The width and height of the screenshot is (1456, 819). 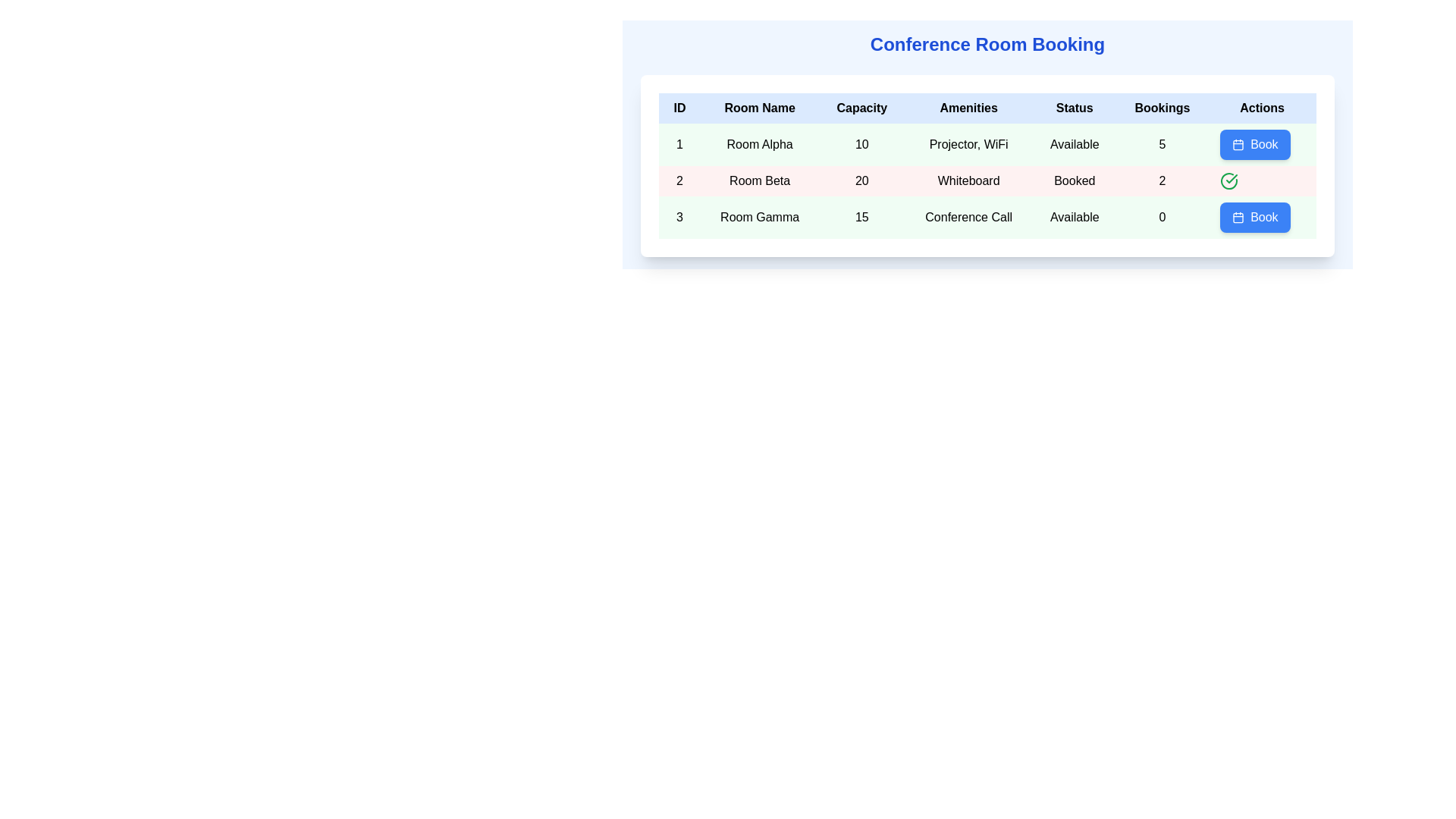 What do you see at coordinates (1262, 145) in the screenshot?
I see `the button located in the seventh column of the first row under the 'Actions' heading to initiate the booking process for 'Room Alpha'` at bounding box center [1262, 145].